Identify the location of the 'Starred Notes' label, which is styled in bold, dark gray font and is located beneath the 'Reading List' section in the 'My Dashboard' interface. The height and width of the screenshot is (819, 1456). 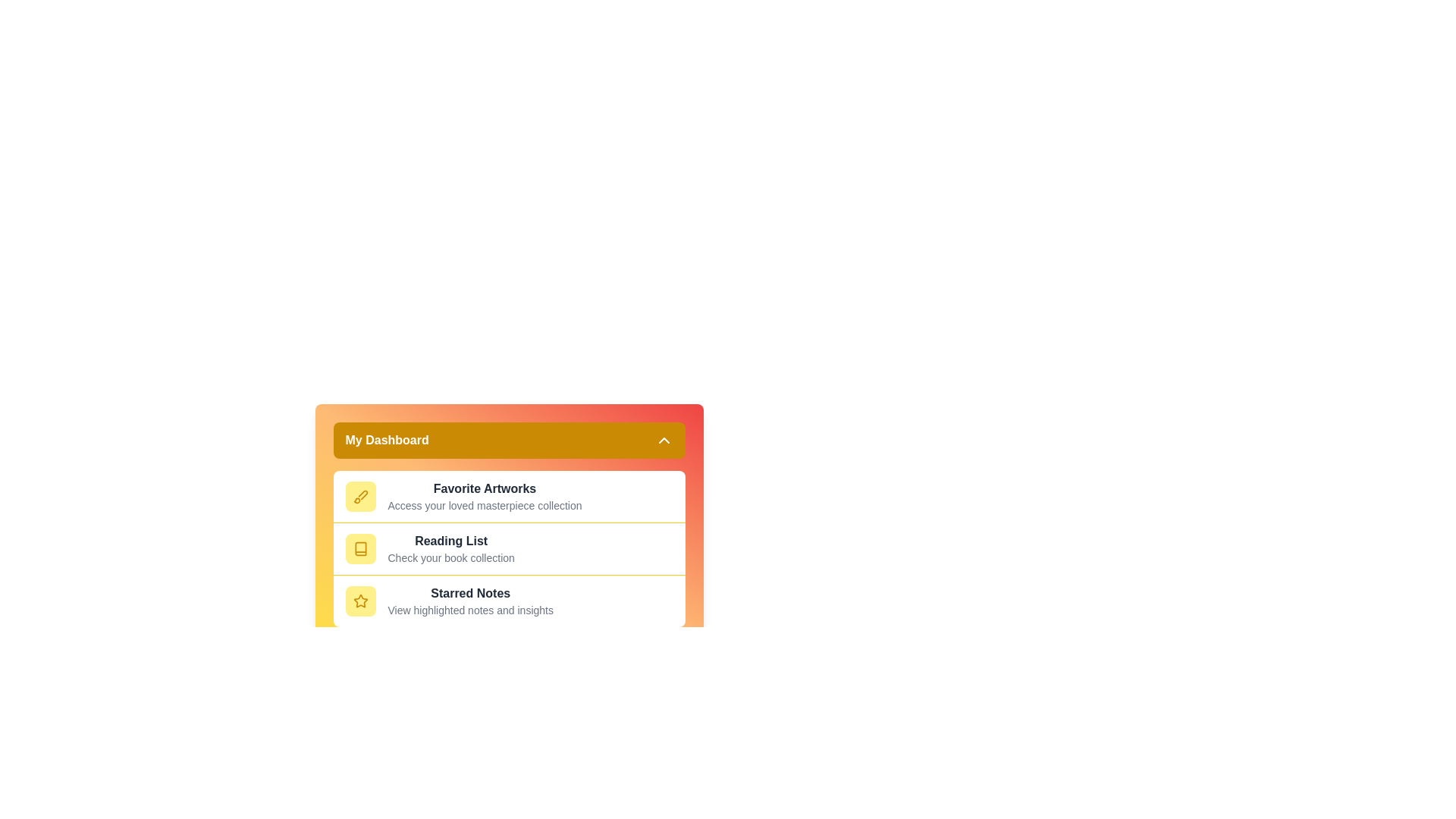
(469, 593).